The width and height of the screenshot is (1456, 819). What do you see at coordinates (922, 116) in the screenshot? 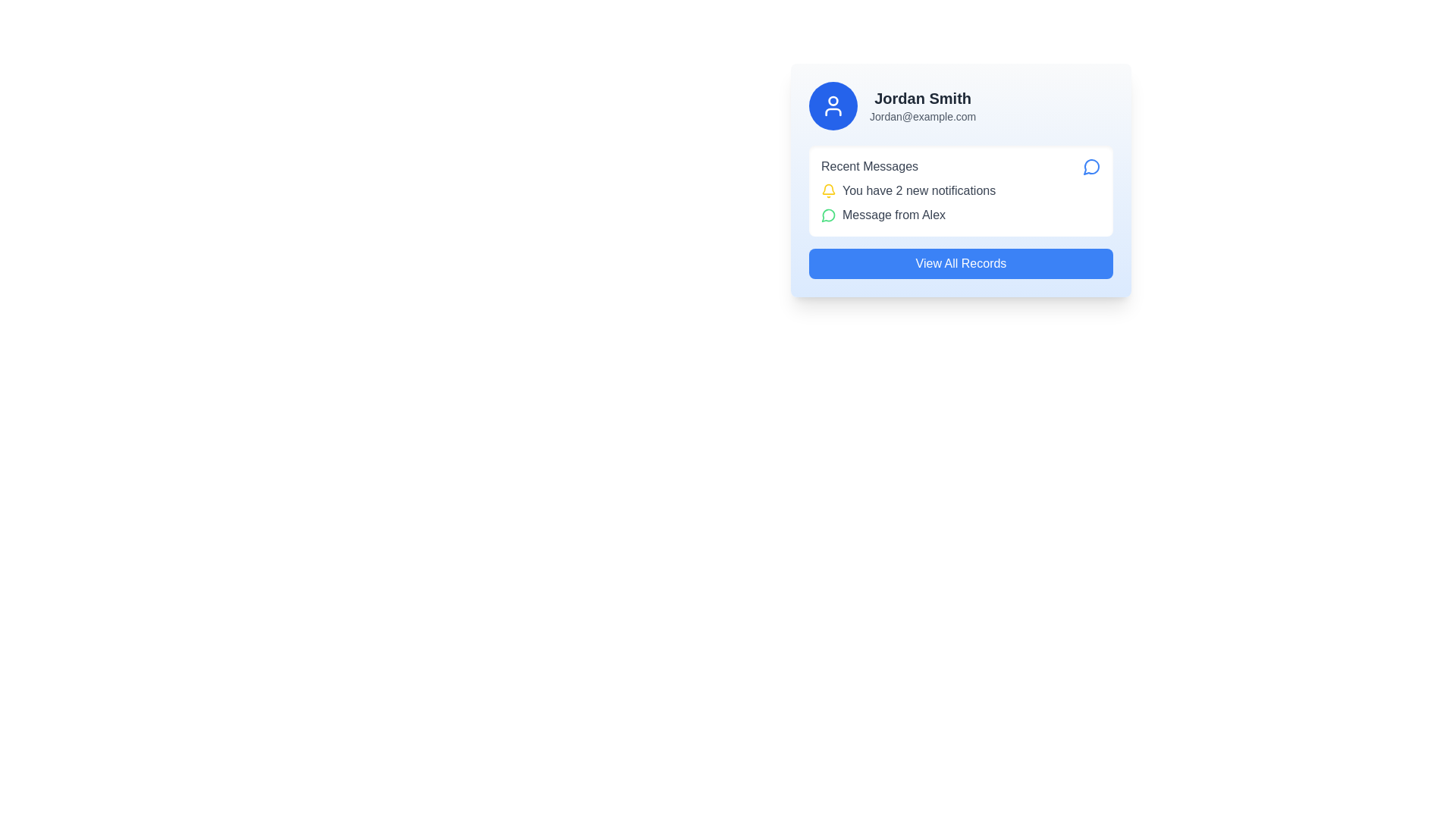
I see `the informational text label displaying the email address associated with user 'Jordan Smith', located directly below the name in the top-right corner of the interface` at bounding box center [922, 116].